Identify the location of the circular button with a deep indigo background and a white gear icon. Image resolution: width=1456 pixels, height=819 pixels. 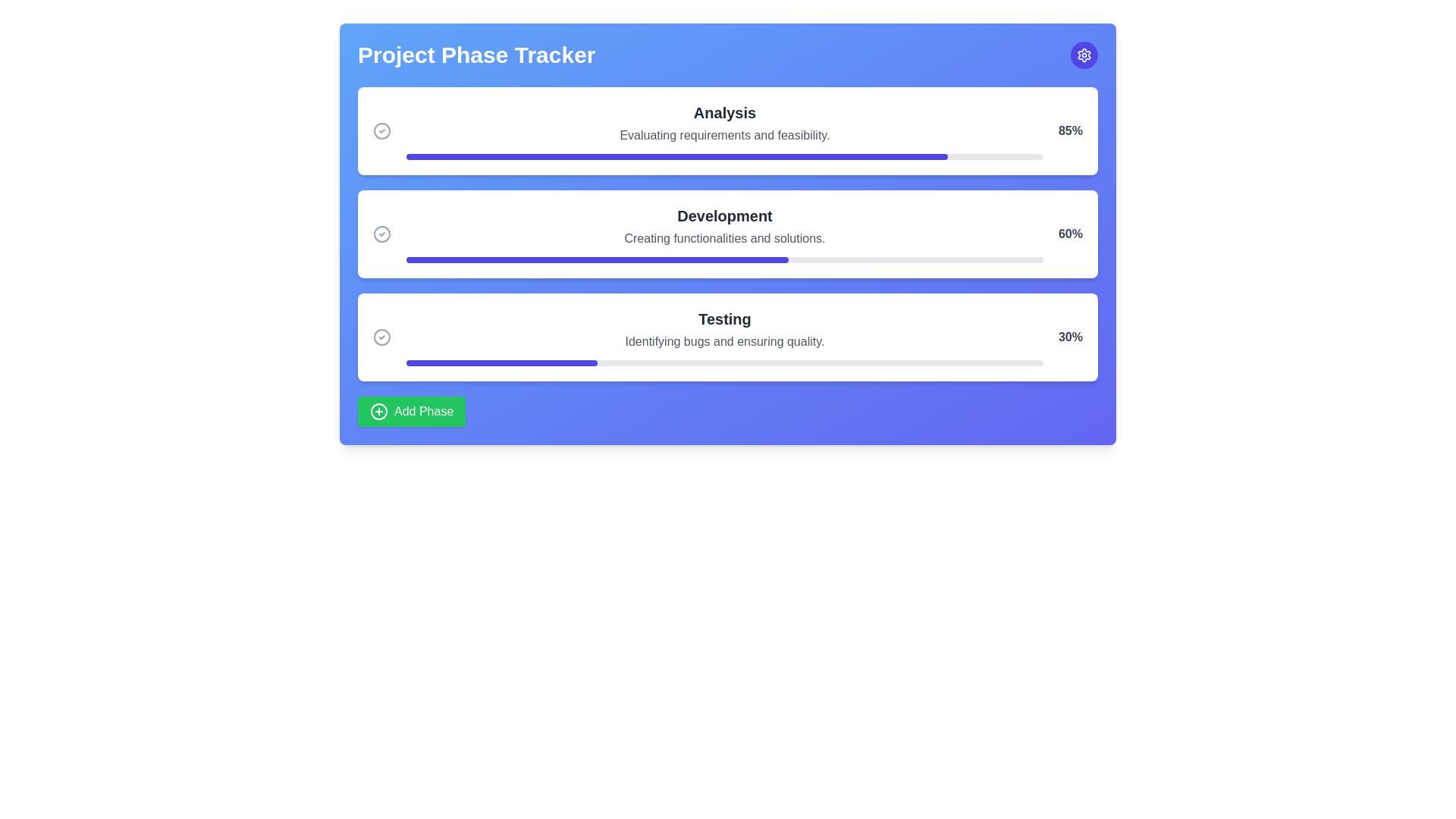
(1084, 55).